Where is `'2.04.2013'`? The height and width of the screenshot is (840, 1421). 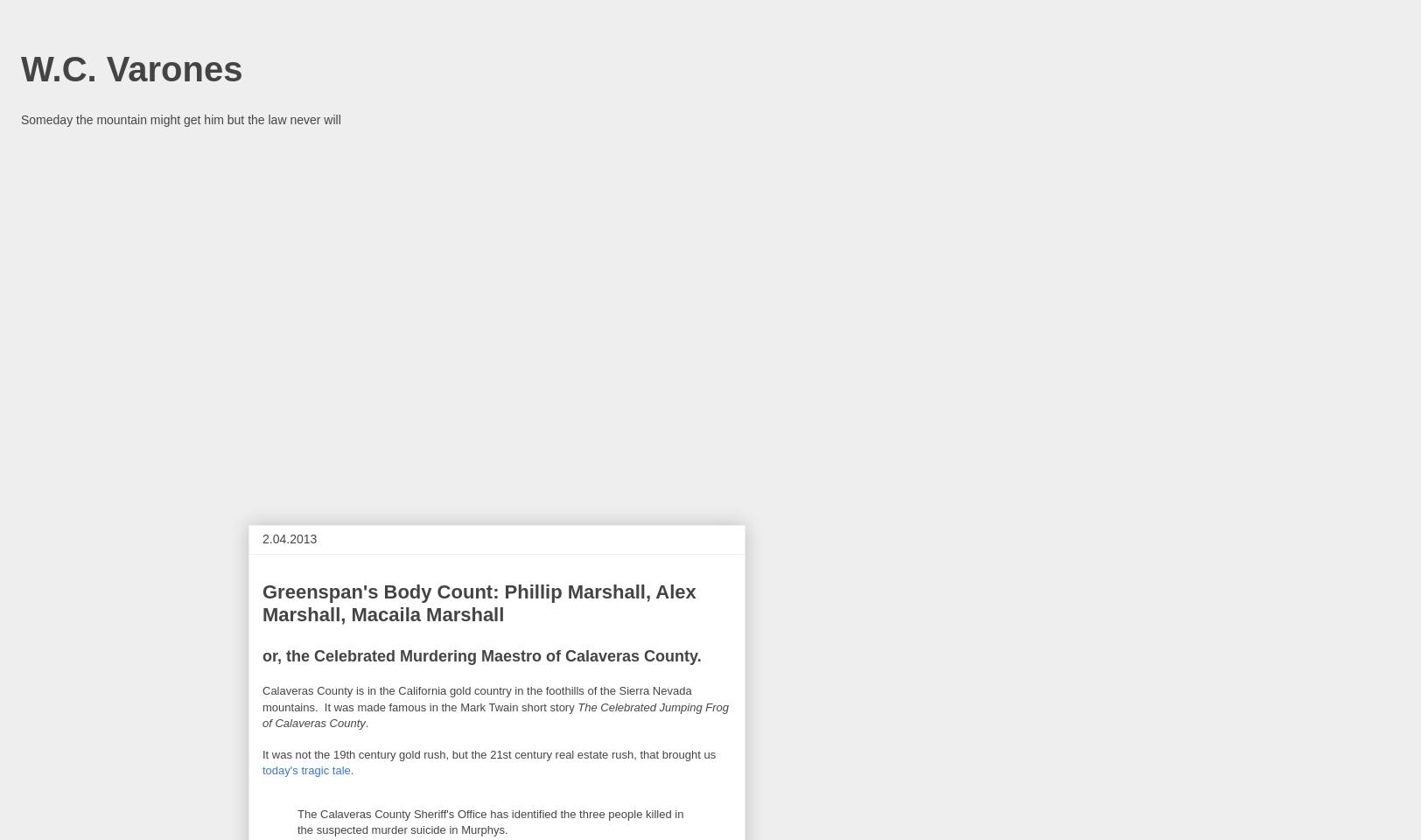 '2.04.2013' is located at coordinates (289, 538).